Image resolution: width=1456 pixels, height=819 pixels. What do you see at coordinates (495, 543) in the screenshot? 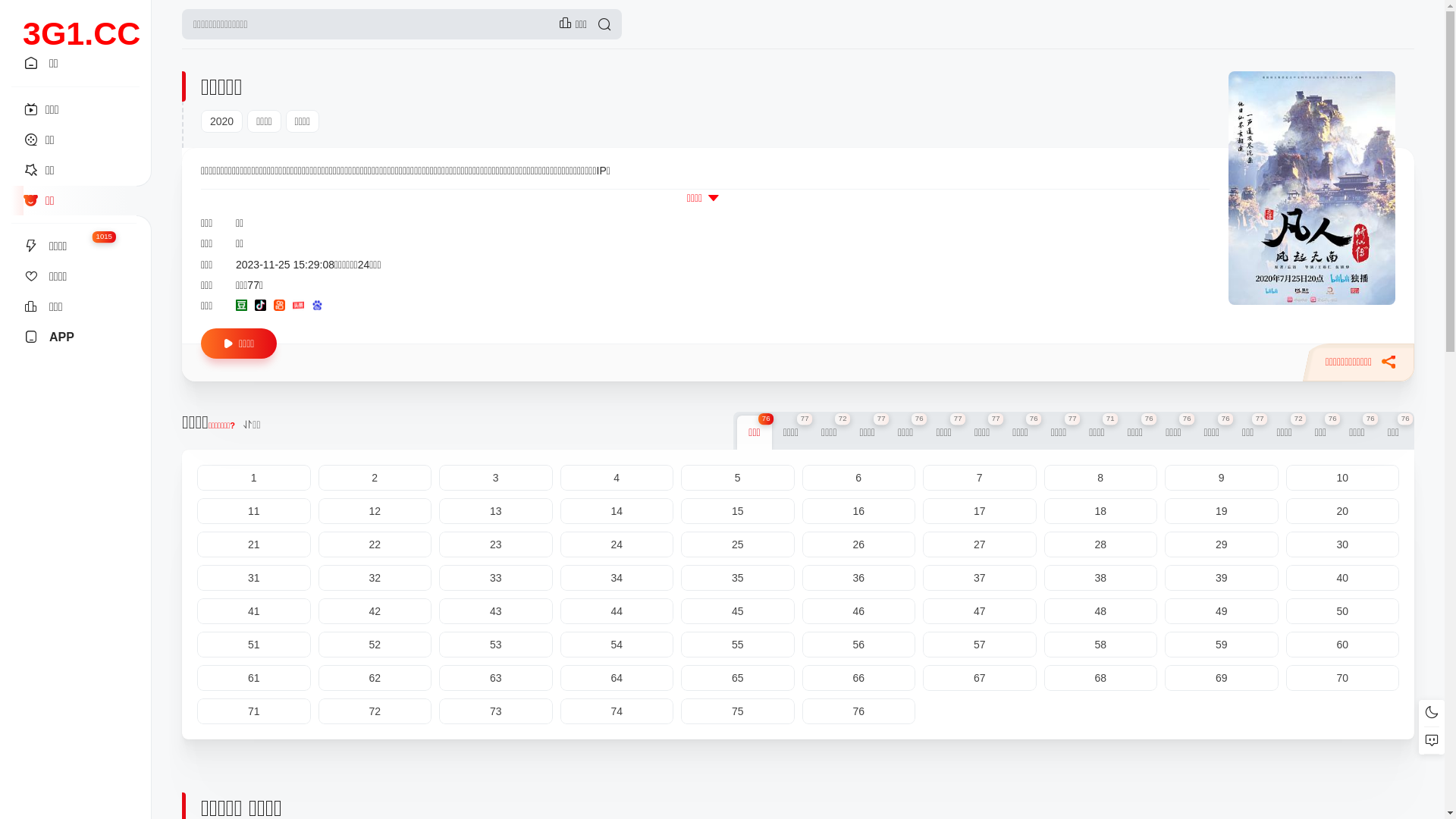
I see `'23'` at bounding box center [495, 543].